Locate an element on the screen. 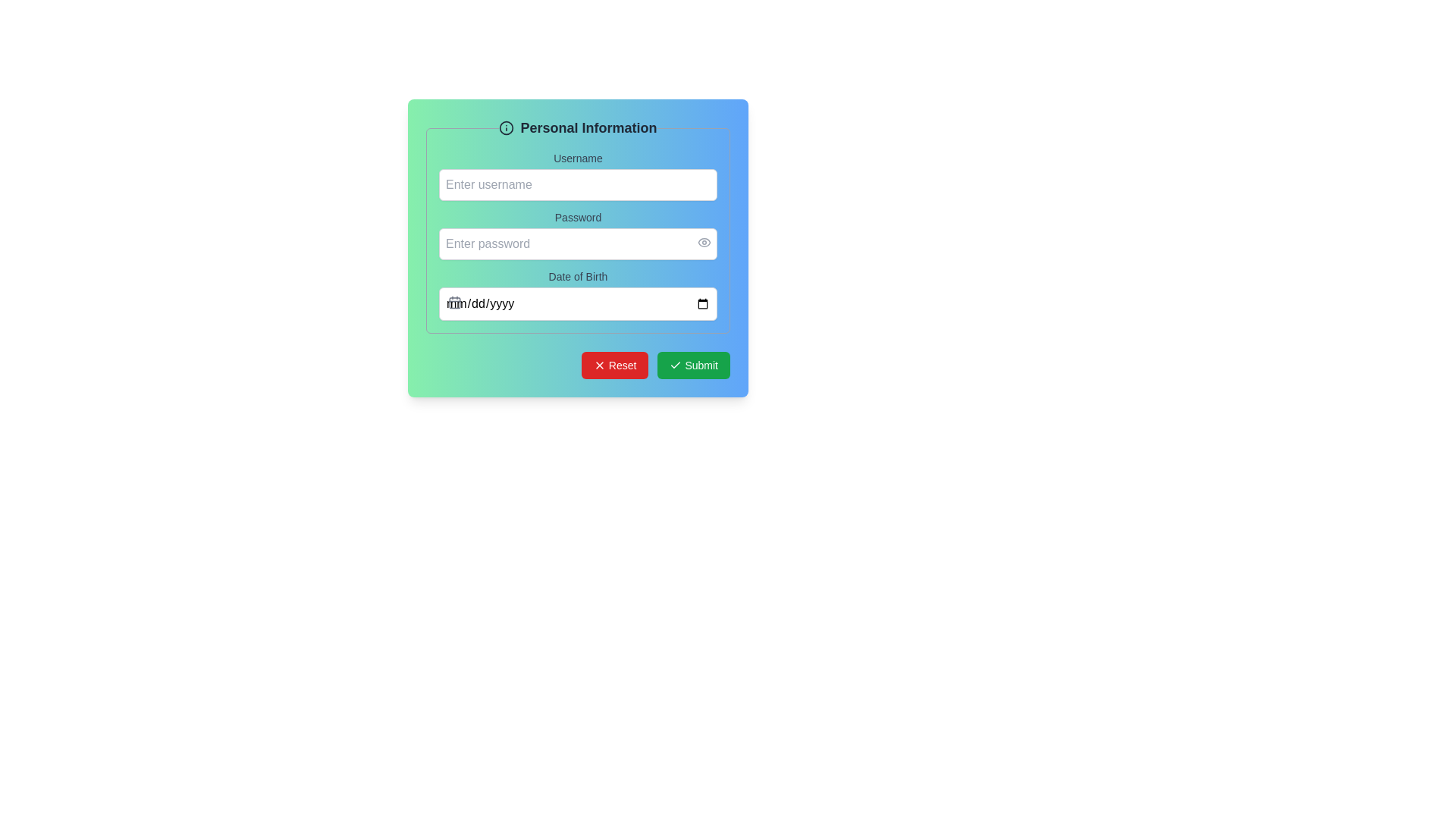 This screenshot has width=1456, height=819. the 'Password' text label, which is styled in gray and positioned above the password input field in the form interface is located at coordinates (577, 217).